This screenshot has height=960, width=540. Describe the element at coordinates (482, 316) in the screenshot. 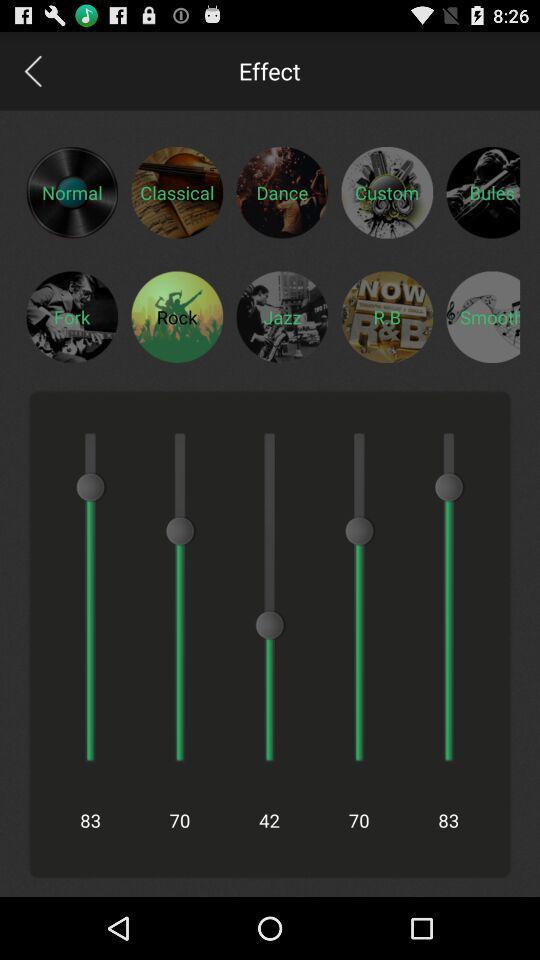

I see `option` at that location.